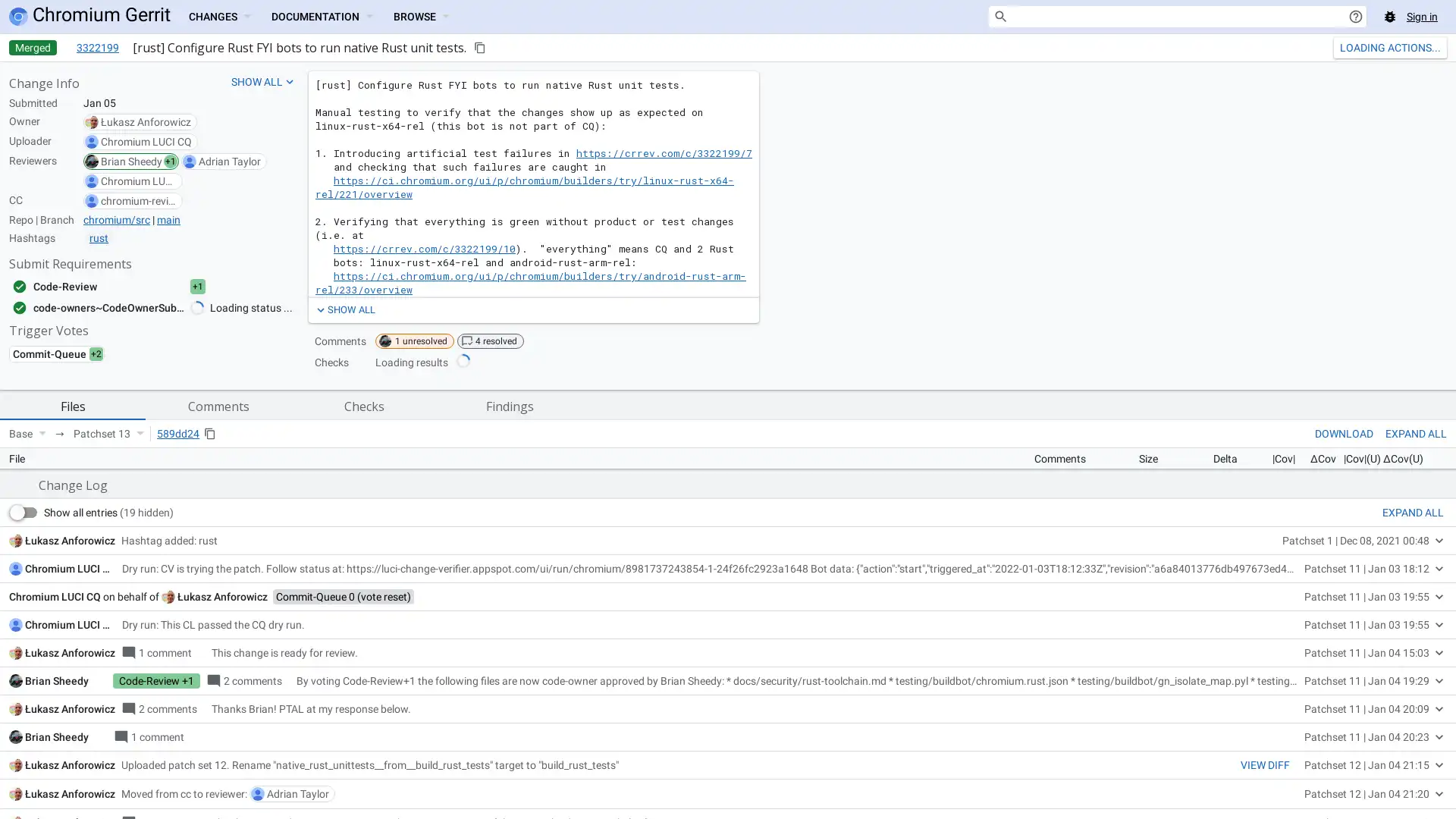  What do you see at coordinates (491, 341) in the screenshot?
I see `4 resolved` at bounding box center [491, 341].